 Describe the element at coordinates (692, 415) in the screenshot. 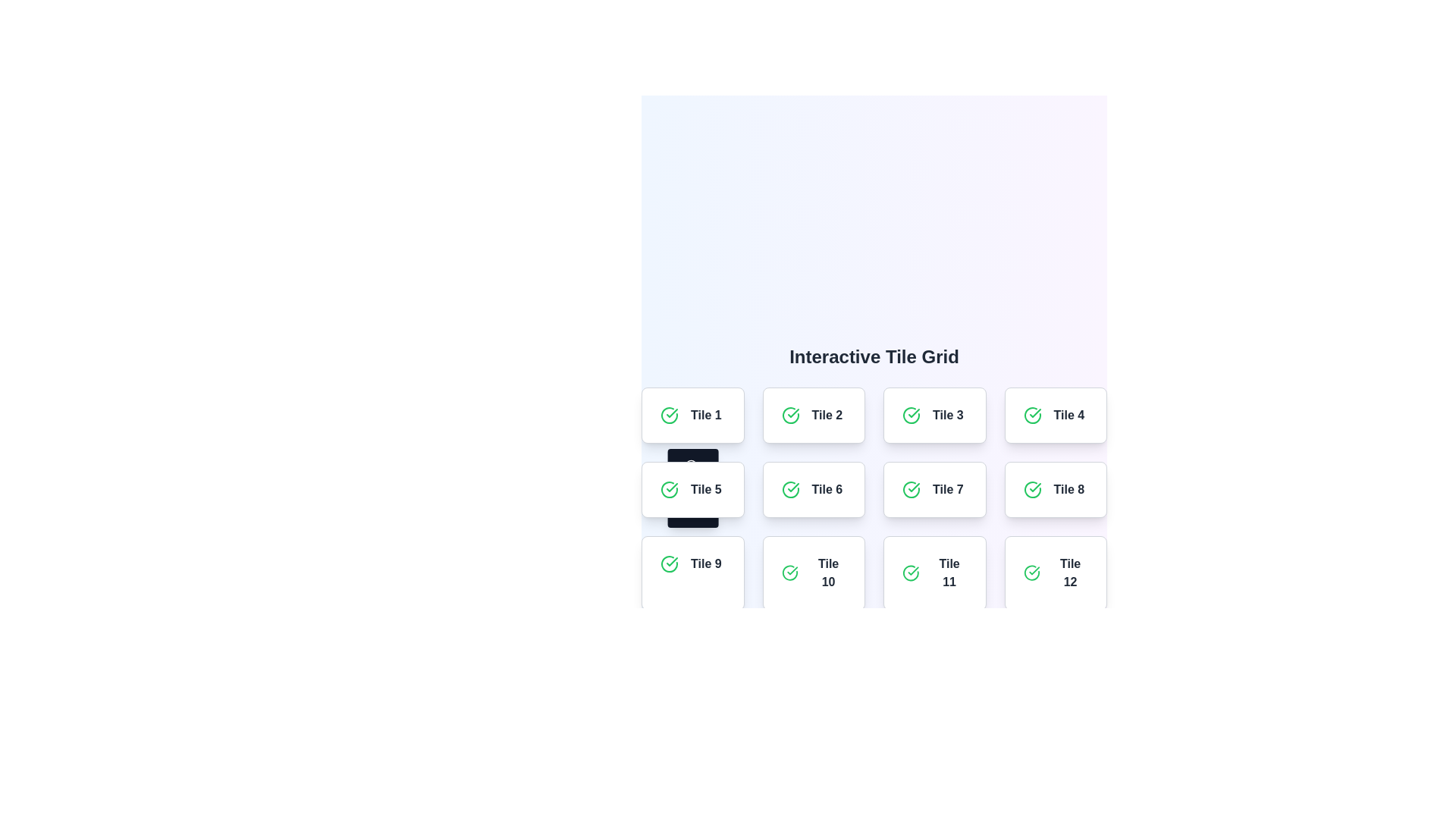

I see `the 'Tile 1' text label within the top-left tile of the 'Interactive Tile Grid', which is styled with bold gray font and accompanied by a green checkmark icon` at that location.